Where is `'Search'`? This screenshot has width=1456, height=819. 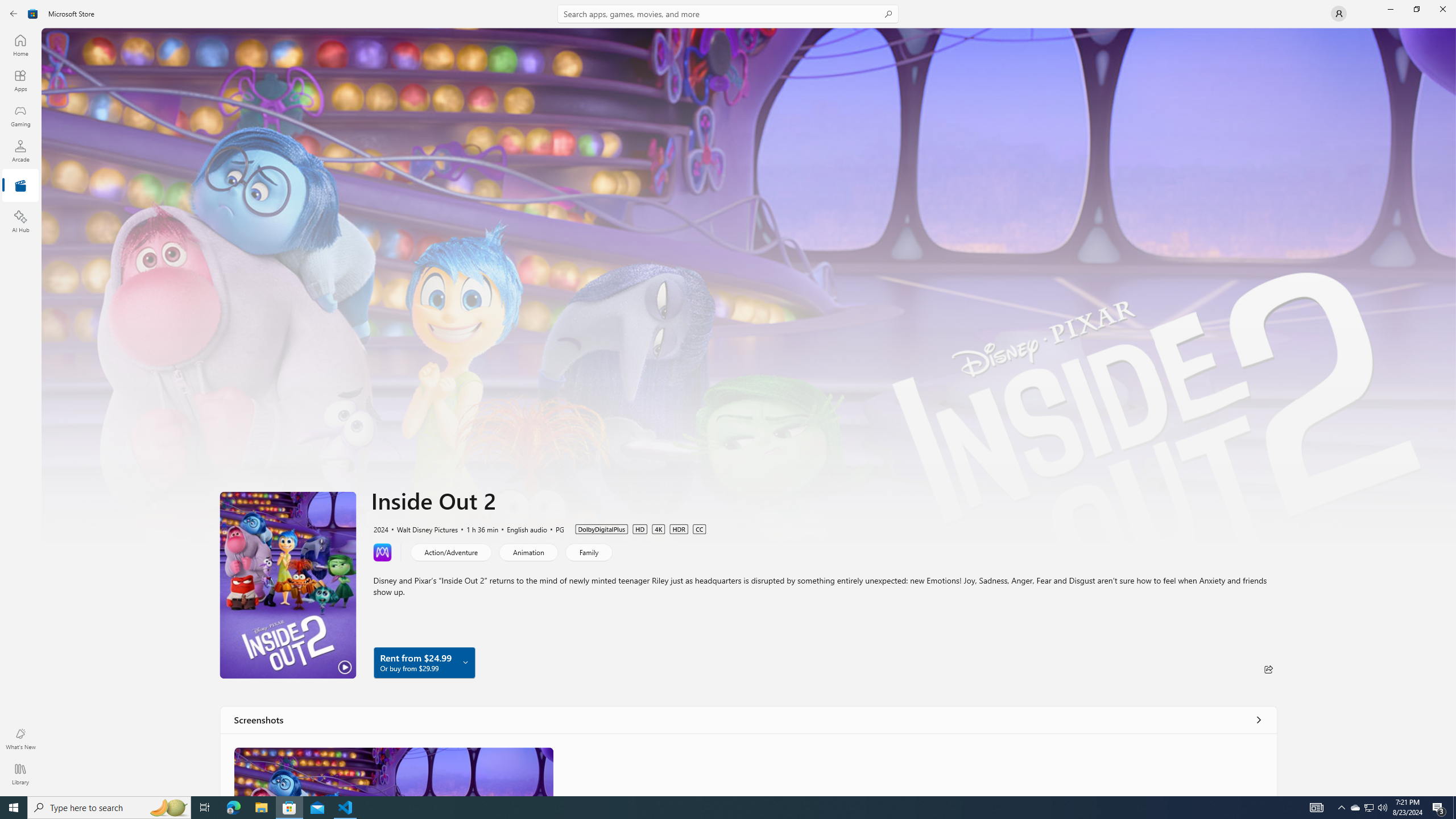 'Search' is located at coordinates (728, 13).